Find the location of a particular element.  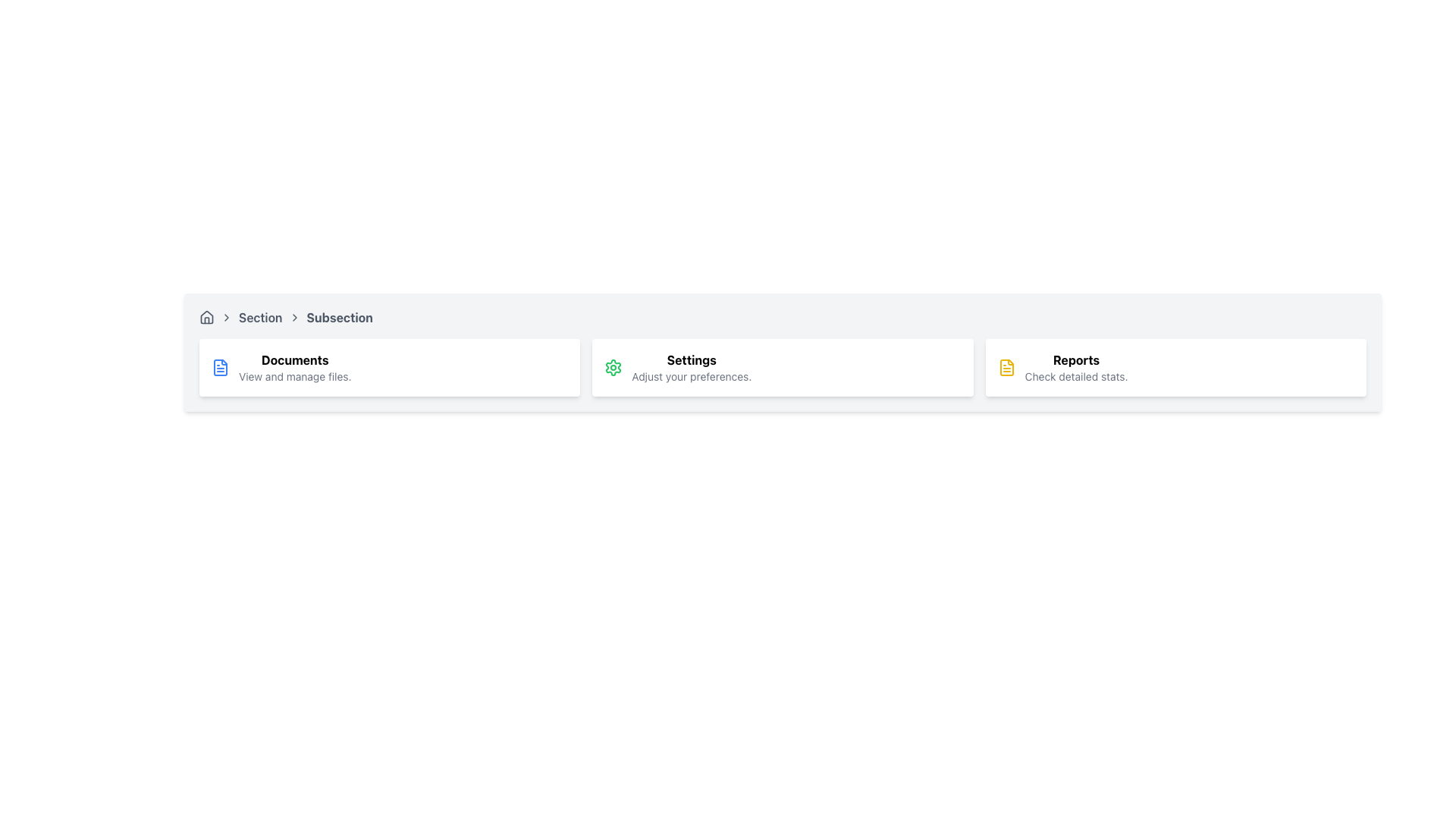

the yellow document icon located within the 'Reports' button on the right-hand side of the interface is located at coordinates (1006, 368).